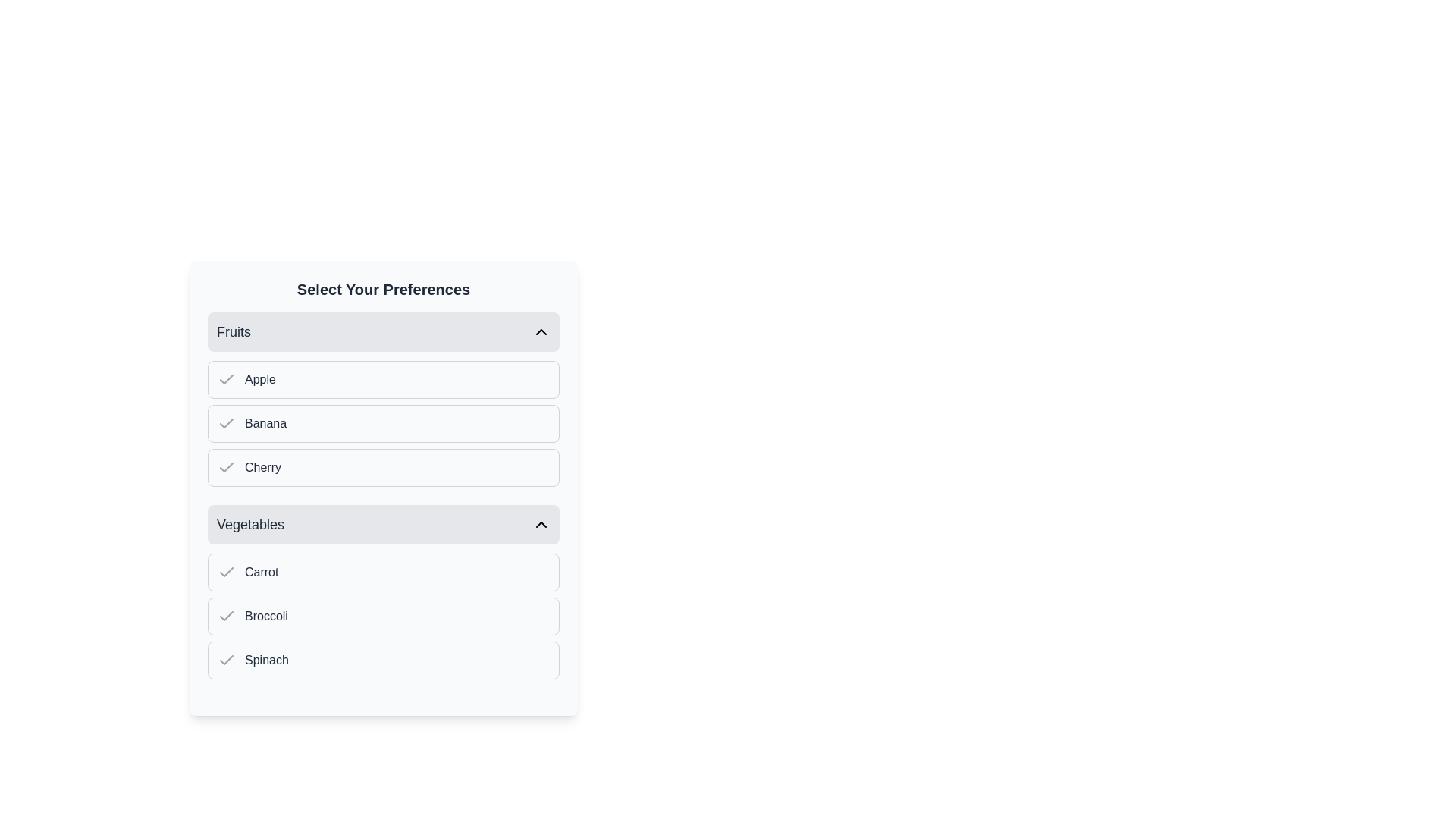 This screenshot has width=1456, height=819. What do you see at coordinates (541, 523) in the screenshot?
I see `the chevron button on the rightmost side of the 'Vegetables' section header` at bounding box center [541, 523].